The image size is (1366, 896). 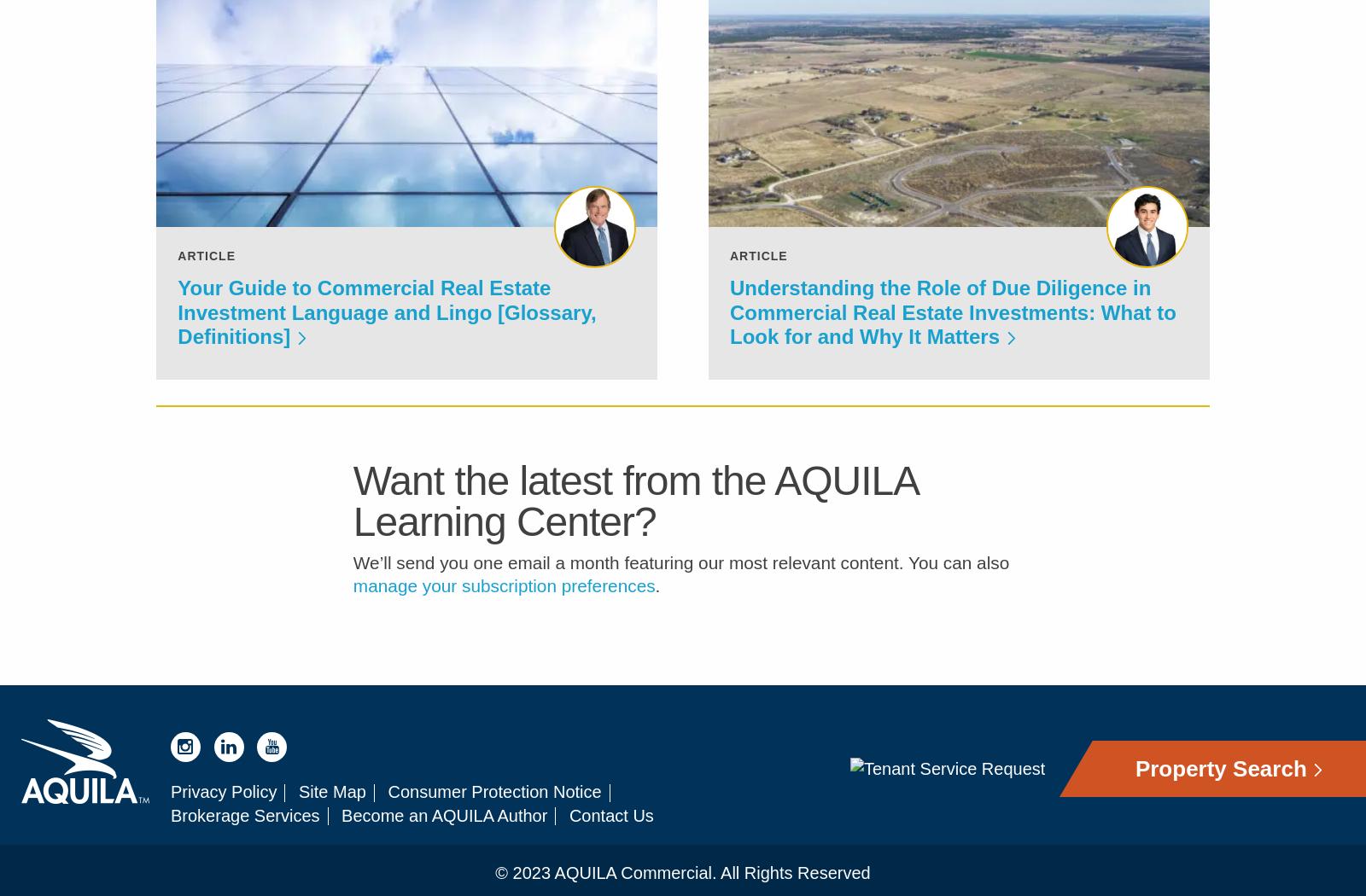 I want to click on 'manage your subscription preferences', so click(x=503, y=597).